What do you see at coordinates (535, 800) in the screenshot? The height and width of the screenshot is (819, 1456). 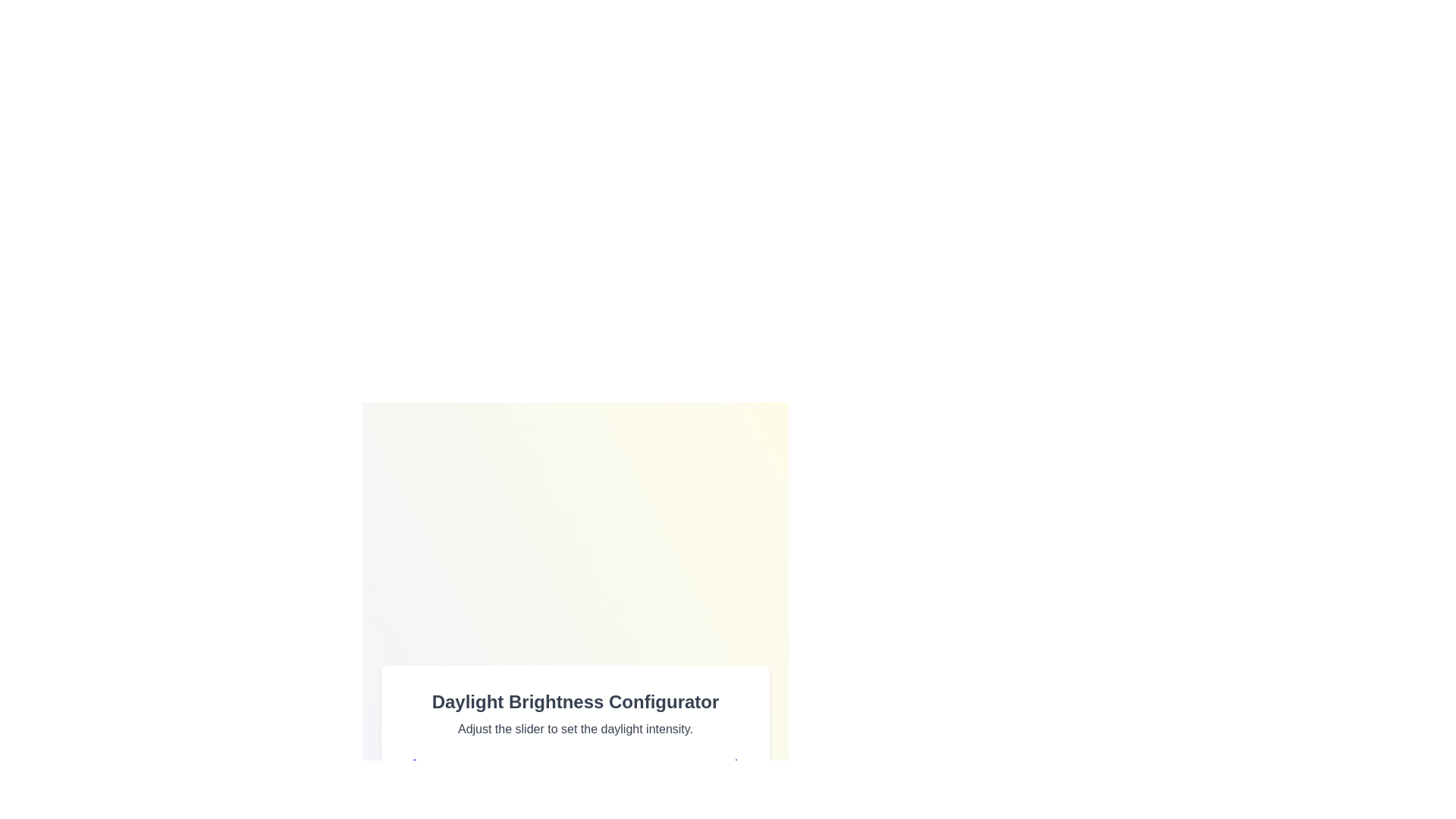 I see `the brightness slider to set the daylight intensity to 38%` at bounding box center [535, 800].